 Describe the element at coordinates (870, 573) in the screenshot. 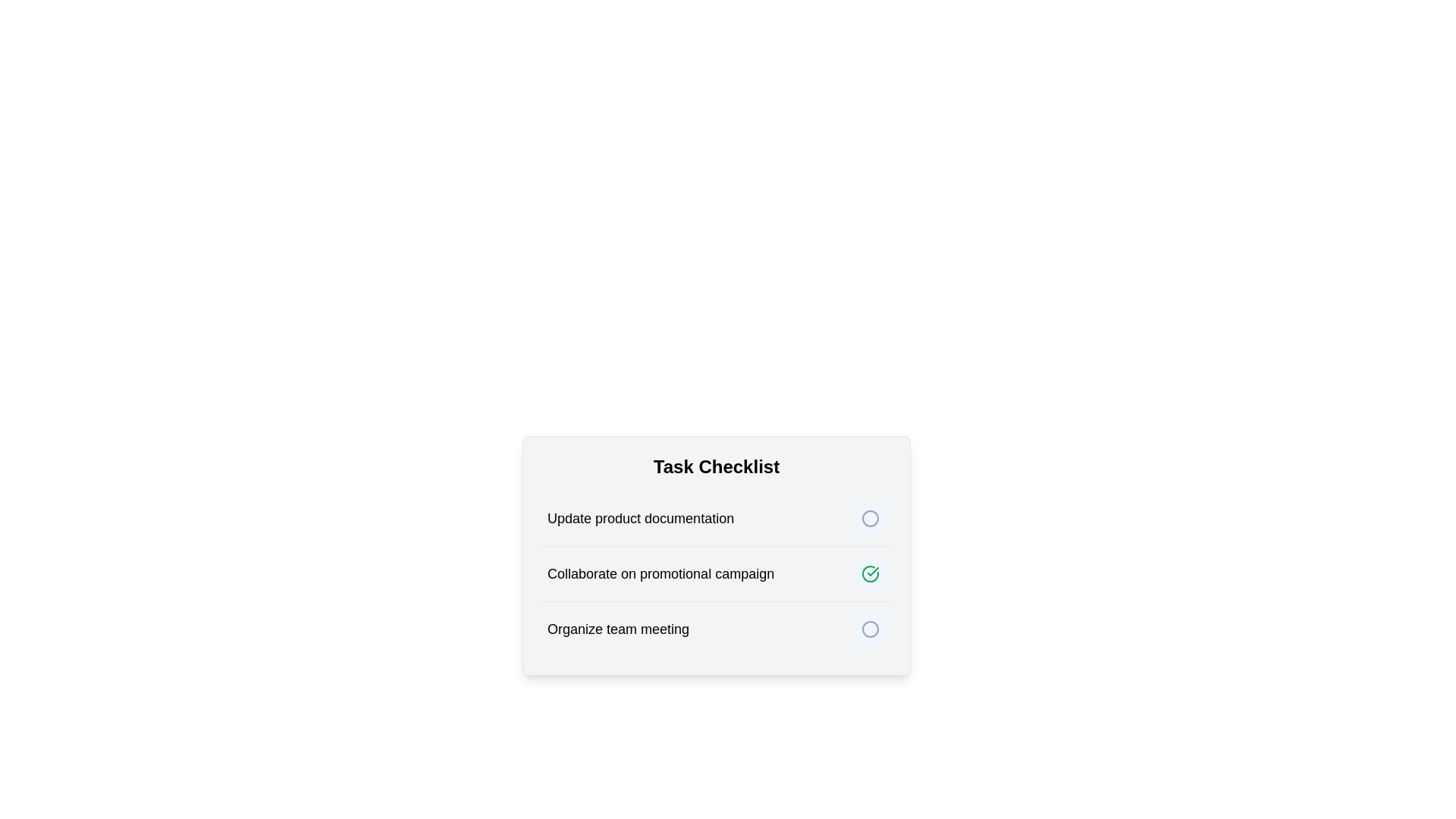

I see `the rounded icon with a checkmark inside it, styled with a green stroke, located in the second row of the 'Task Checklist' card, next to the text 'Collaborate on promotional campaign'` at that location.